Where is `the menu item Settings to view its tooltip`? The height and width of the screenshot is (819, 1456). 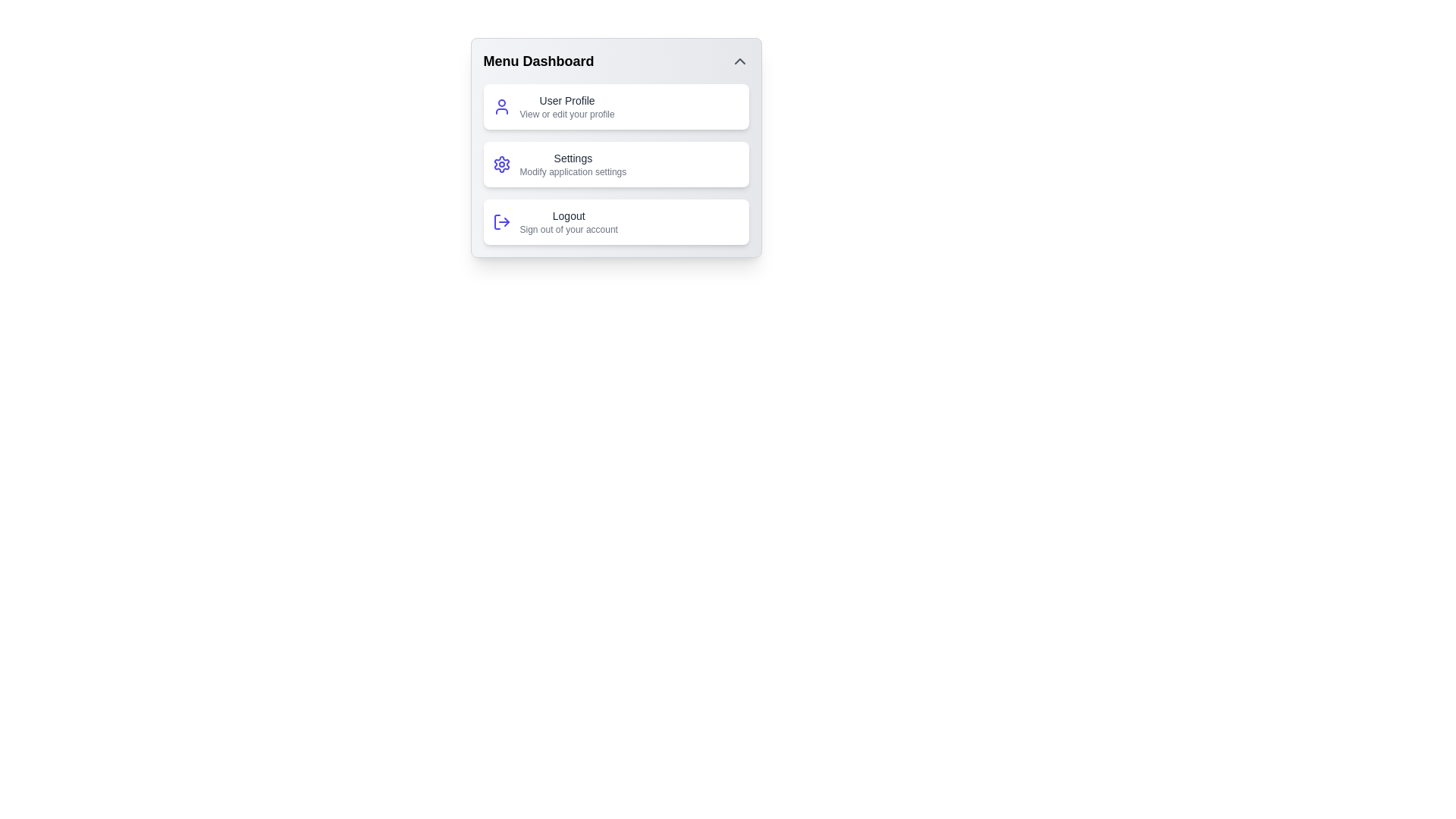
the menu item Settings to view its tooltip is located at coordinates (616, 164).